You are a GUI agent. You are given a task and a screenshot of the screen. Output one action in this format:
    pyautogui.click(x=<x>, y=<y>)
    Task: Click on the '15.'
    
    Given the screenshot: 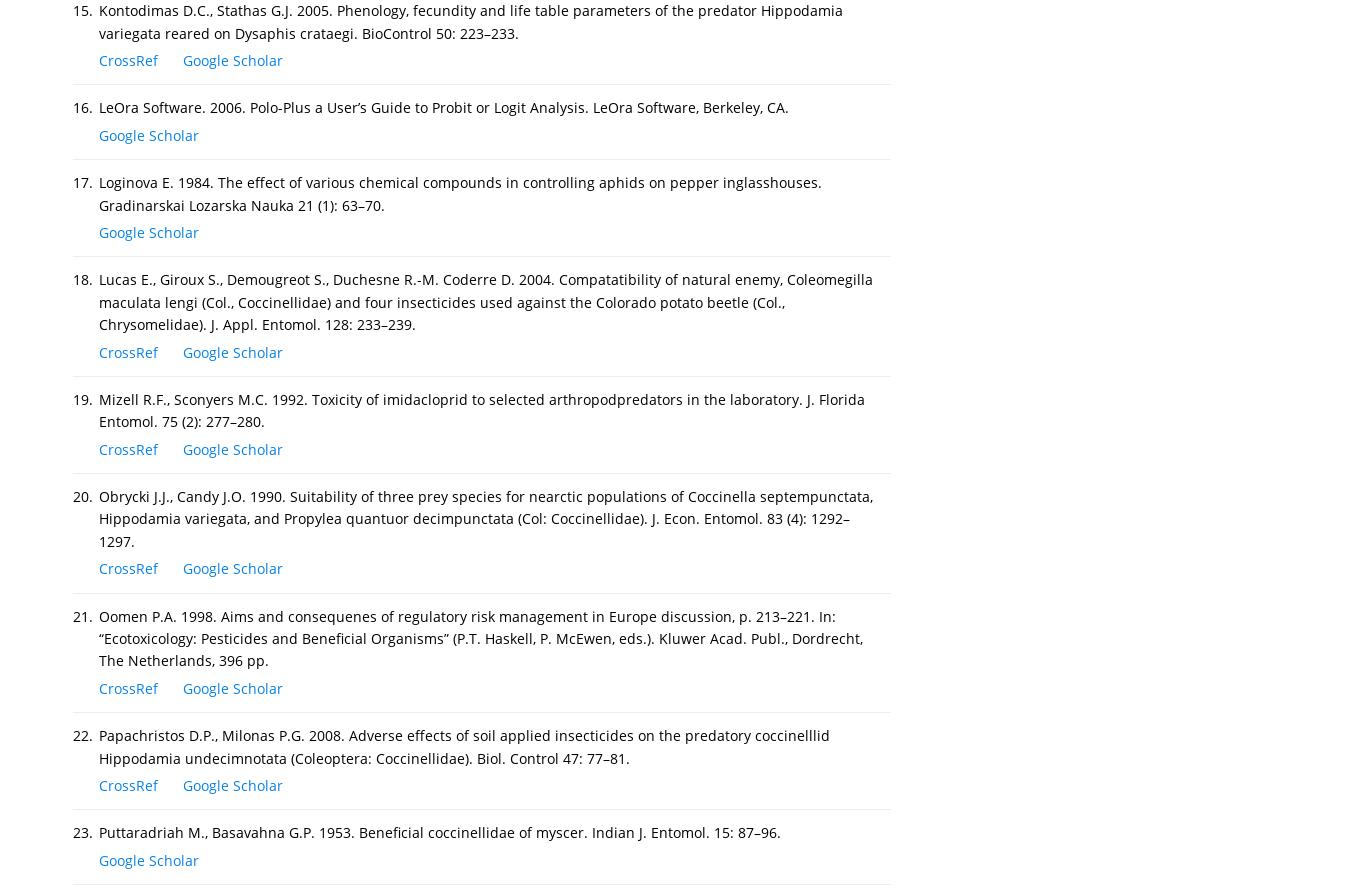 What is the action you would take?
    pyautogui.click(x=83, y=10)
    